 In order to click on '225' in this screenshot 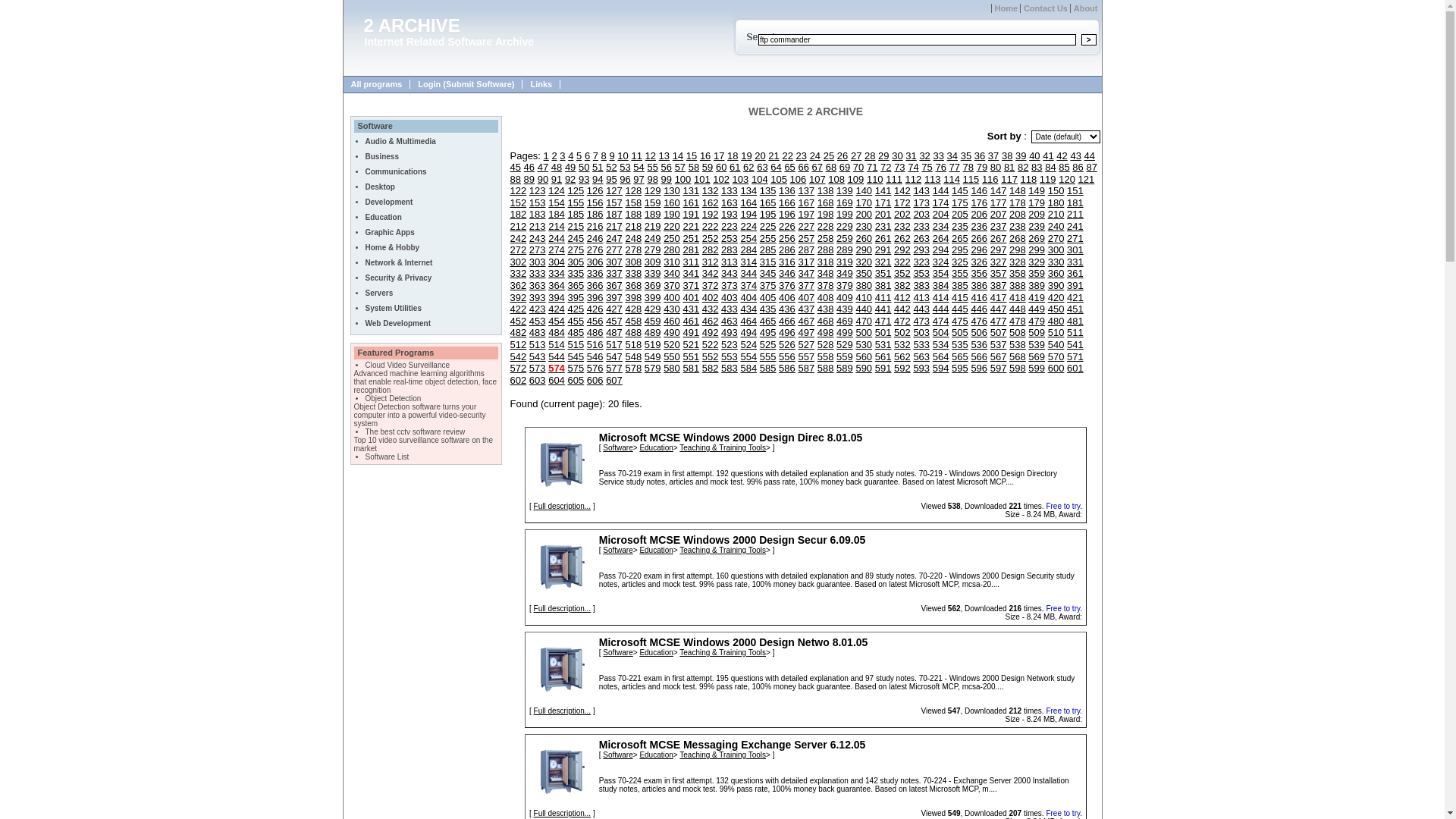, I will do `click(767, 226)`.